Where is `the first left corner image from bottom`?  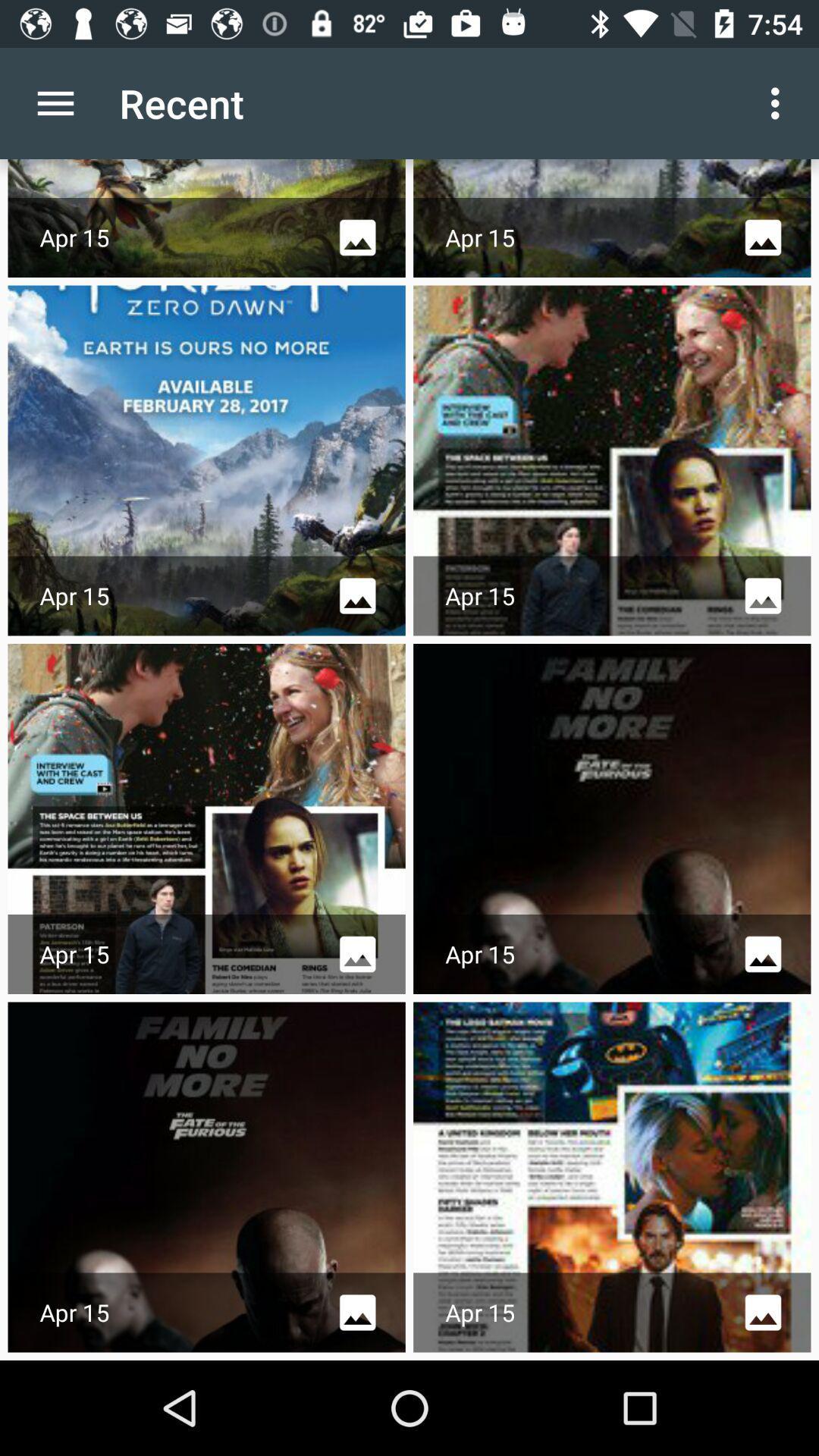
the first left corner image from bottom is located at coordinates (207, 1177).